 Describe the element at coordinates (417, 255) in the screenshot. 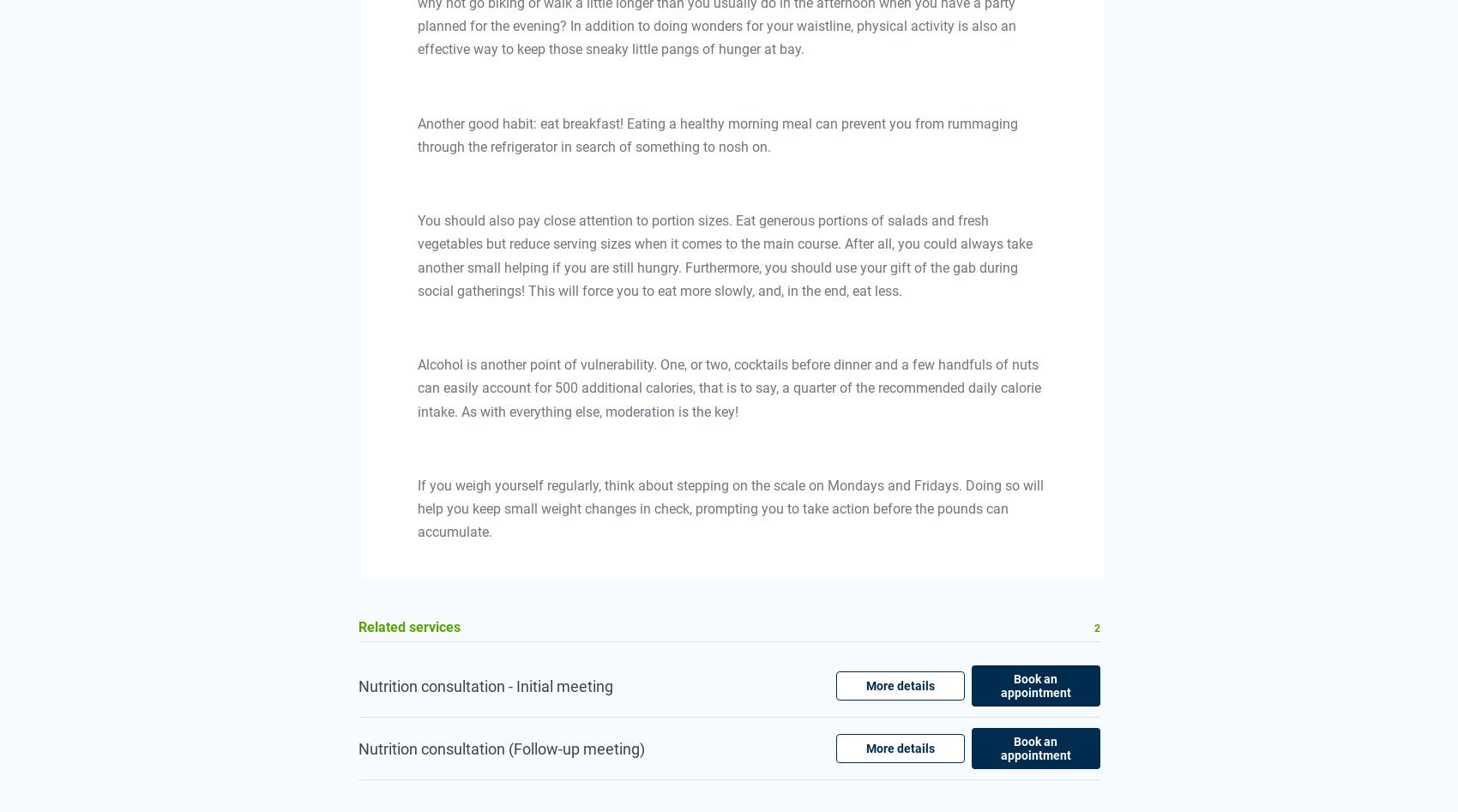

I see `'You should also pay close attention to portion sizes. Eat generous portions of salads and fresh vegetables but reduce serving sizes when it comes to the main course. After all, you could always take another small helping if you are still hungry. Furthermore, you should use your gift of the gab during social gatherings! This will force you to eat more slowly, and, in the end, eat less.'` at that location.